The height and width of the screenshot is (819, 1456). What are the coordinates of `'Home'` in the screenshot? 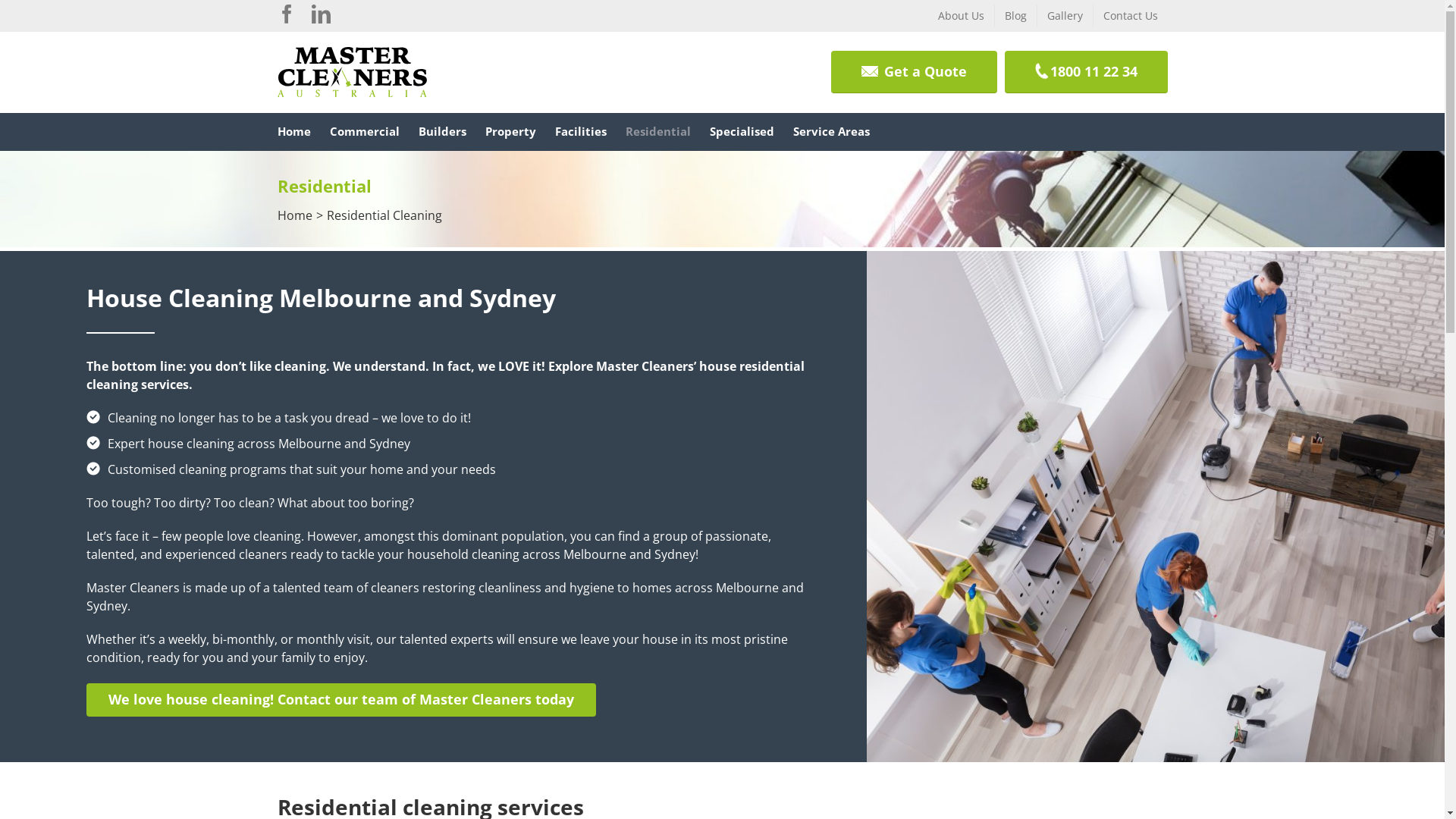 It's located at (277, 215).